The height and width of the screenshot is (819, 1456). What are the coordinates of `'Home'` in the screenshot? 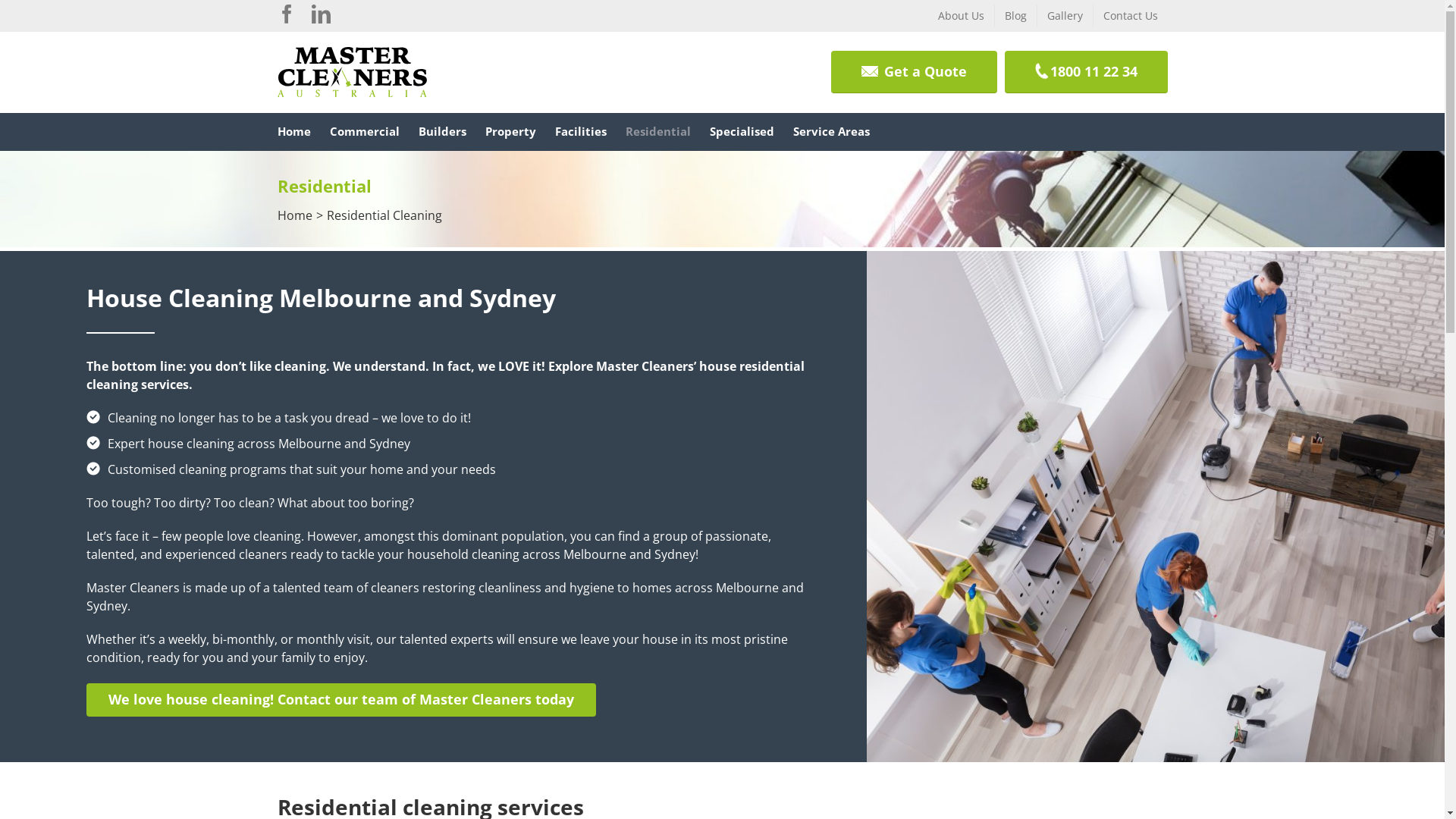 It's located at (277, 215).